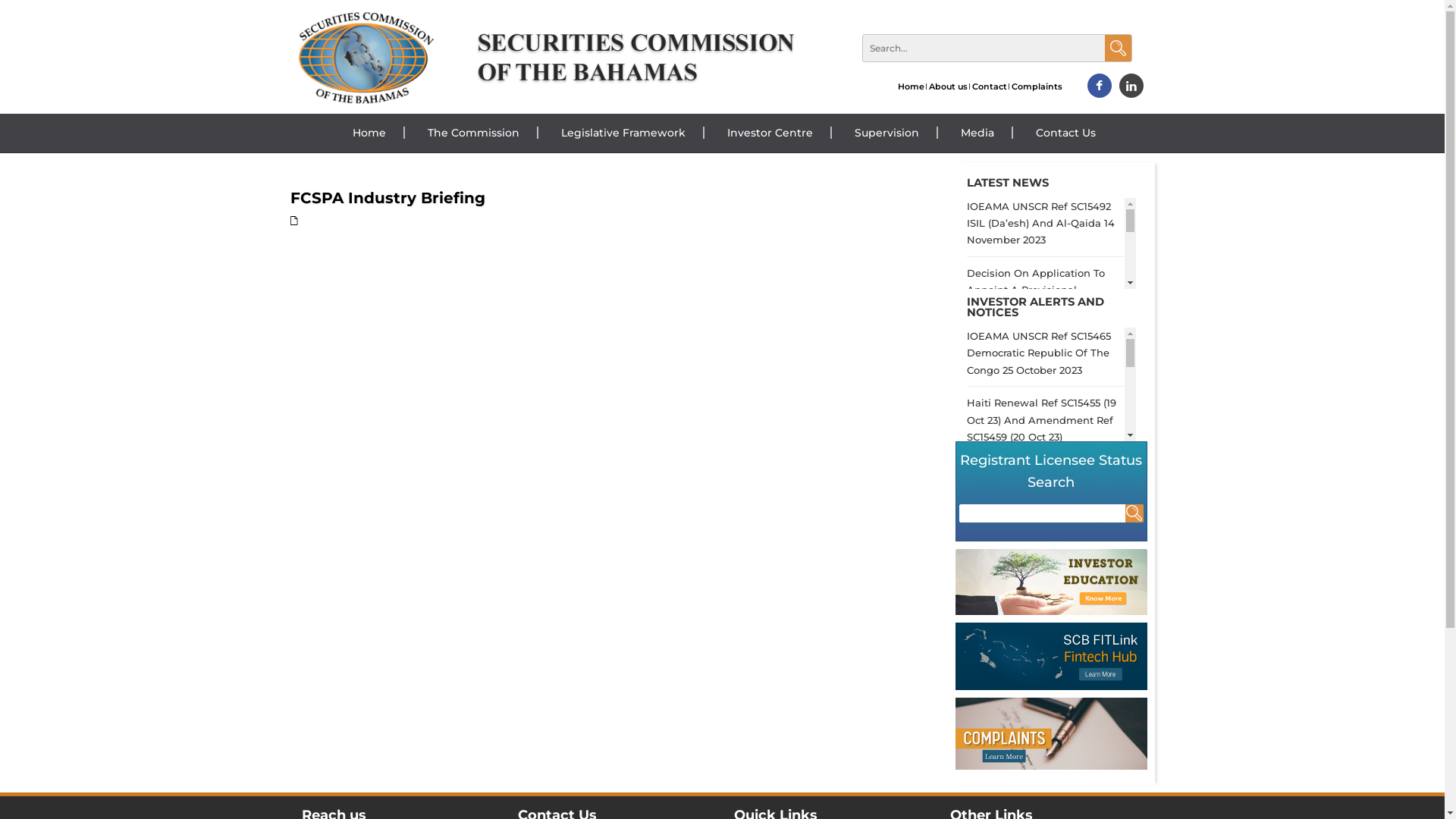 The height and width of the screenshot is (819, 1456). What do you see at coordinates (990, 86) in the screenshot?
I see `'Contact'` at bounding box center [990, 86].